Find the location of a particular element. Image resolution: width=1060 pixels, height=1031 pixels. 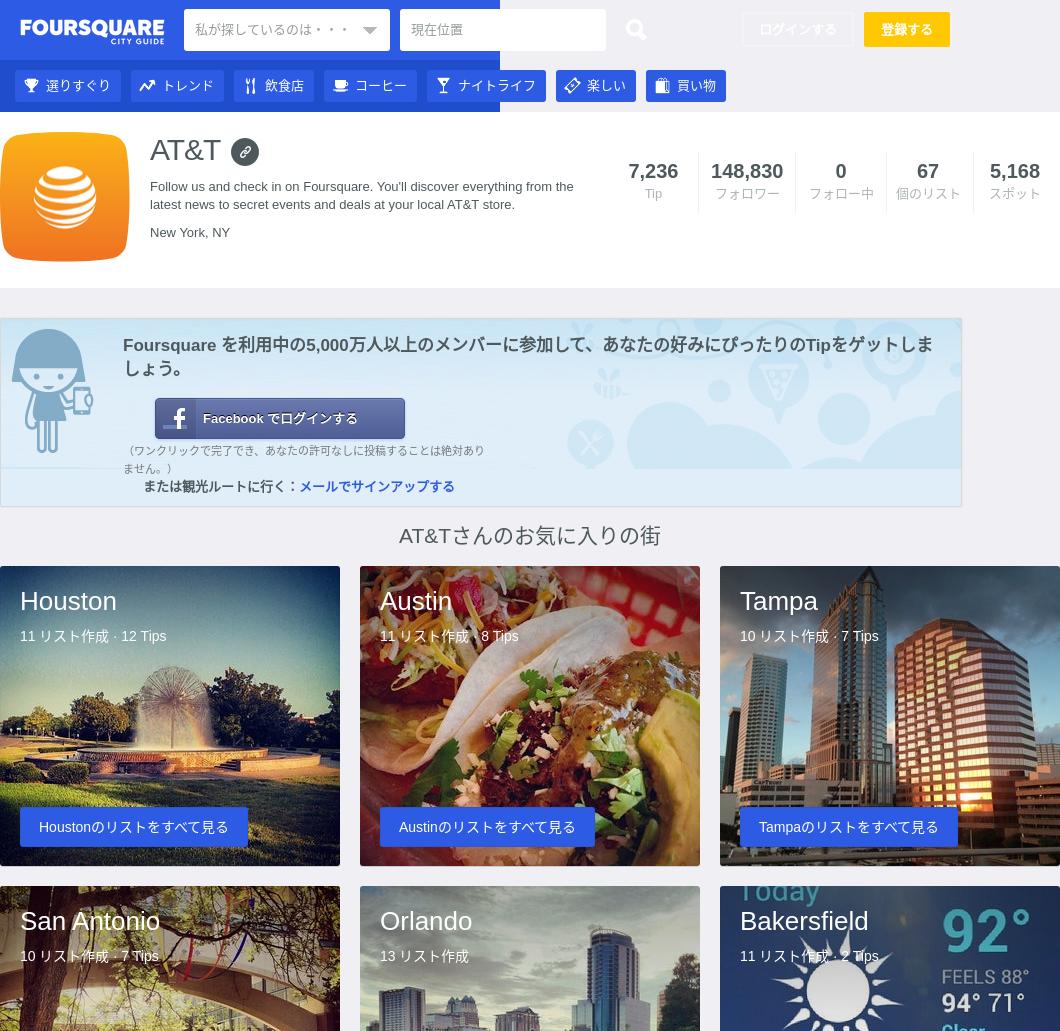

'Facebook でログインする' is located at coordinates (201, 417).